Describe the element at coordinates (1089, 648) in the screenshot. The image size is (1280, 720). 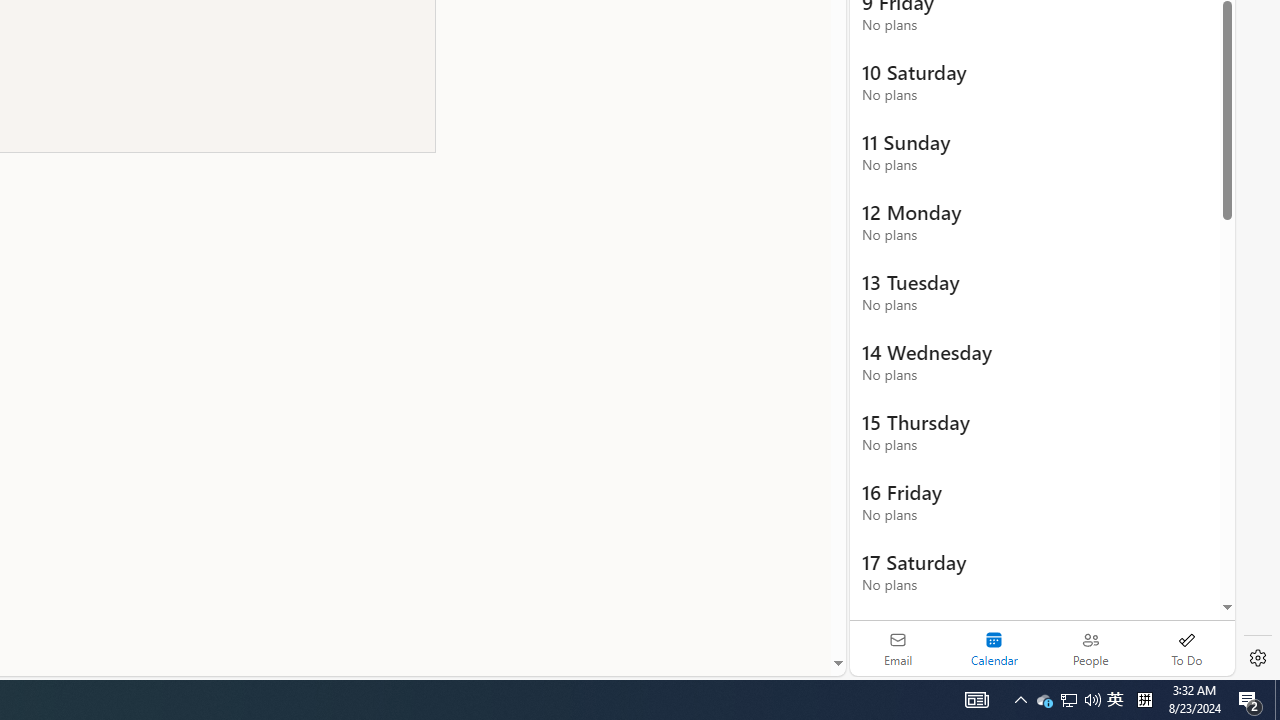
I see `'People'` at that location.